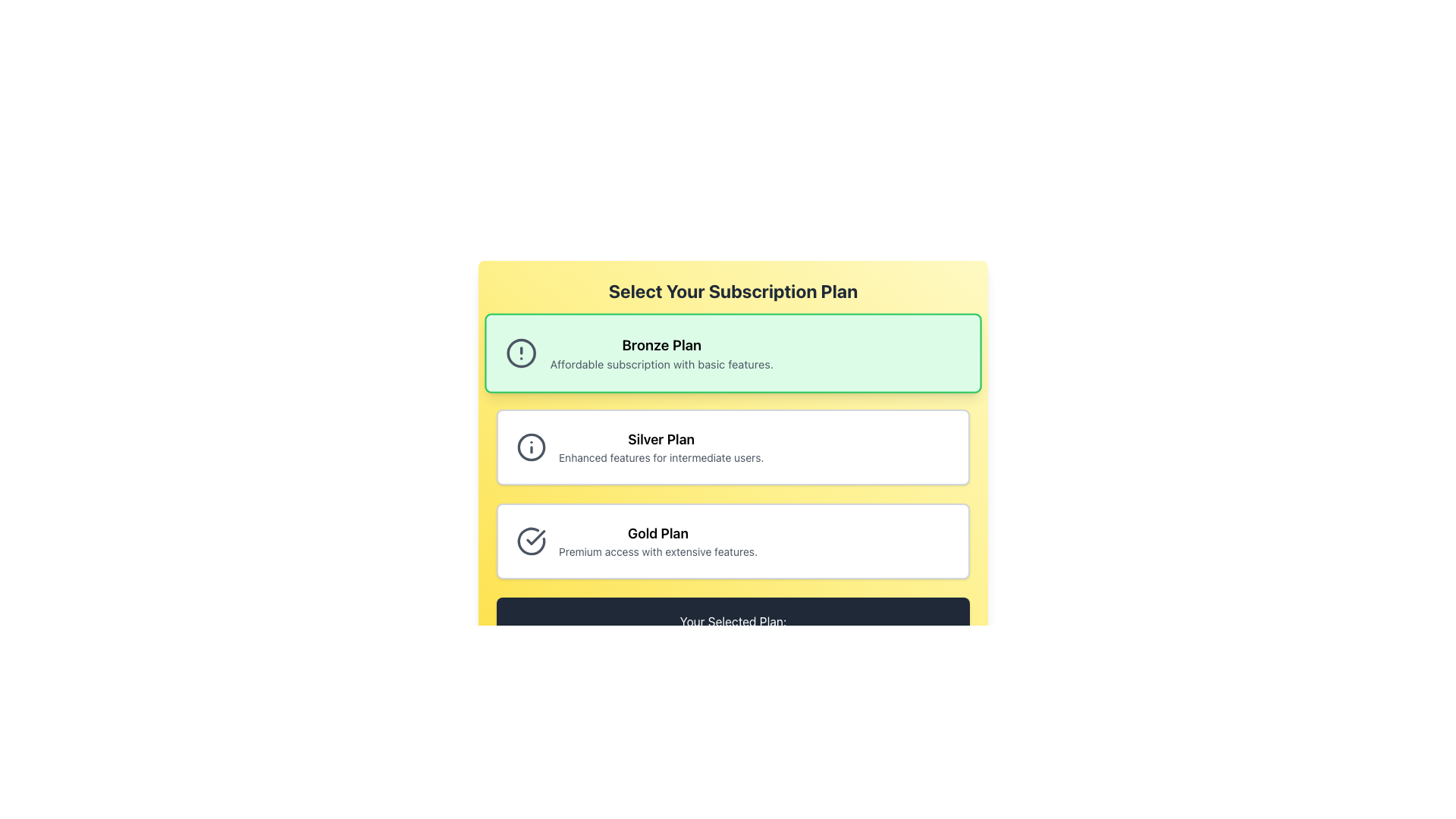  Describe the element at coordinates (661, 353) in the screenshot. I see `content displayed in the Text Block for the 'Bronze Plan', which is located at the center of the first subscription option on the page` at that location.